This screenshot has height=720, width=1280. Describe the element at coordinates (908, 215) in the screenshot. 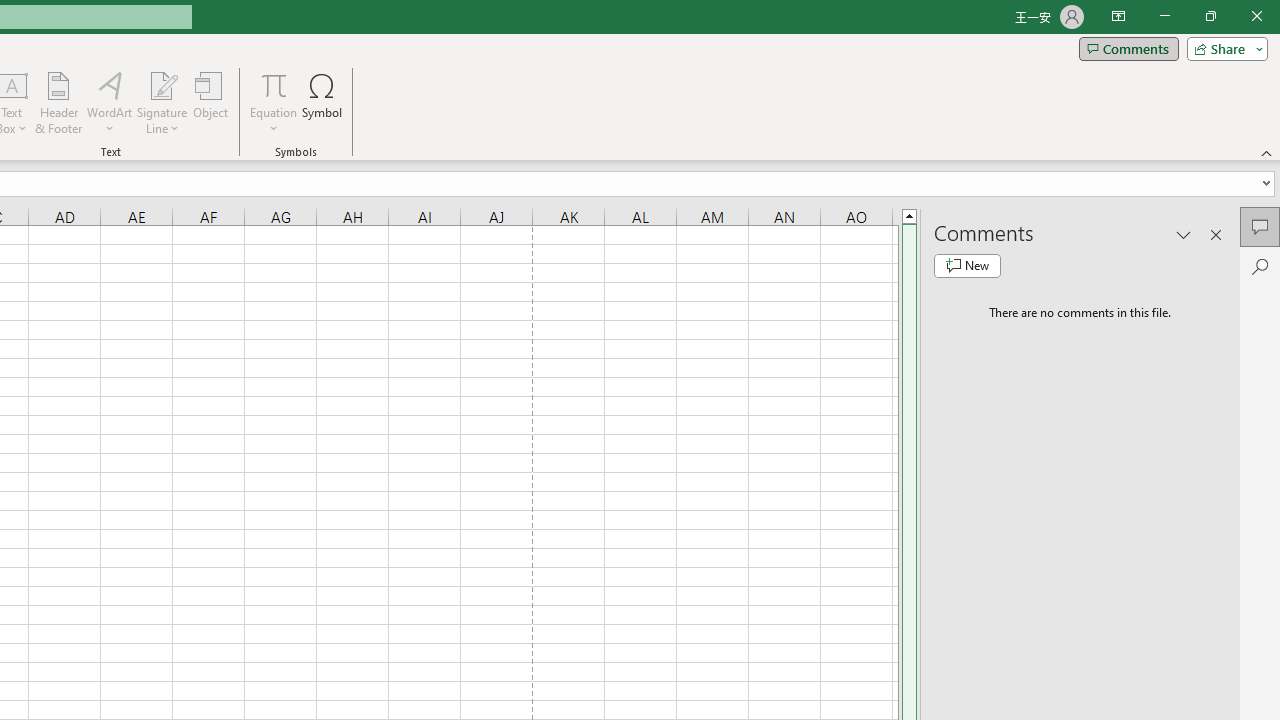

I see `'Line up'` at that location.